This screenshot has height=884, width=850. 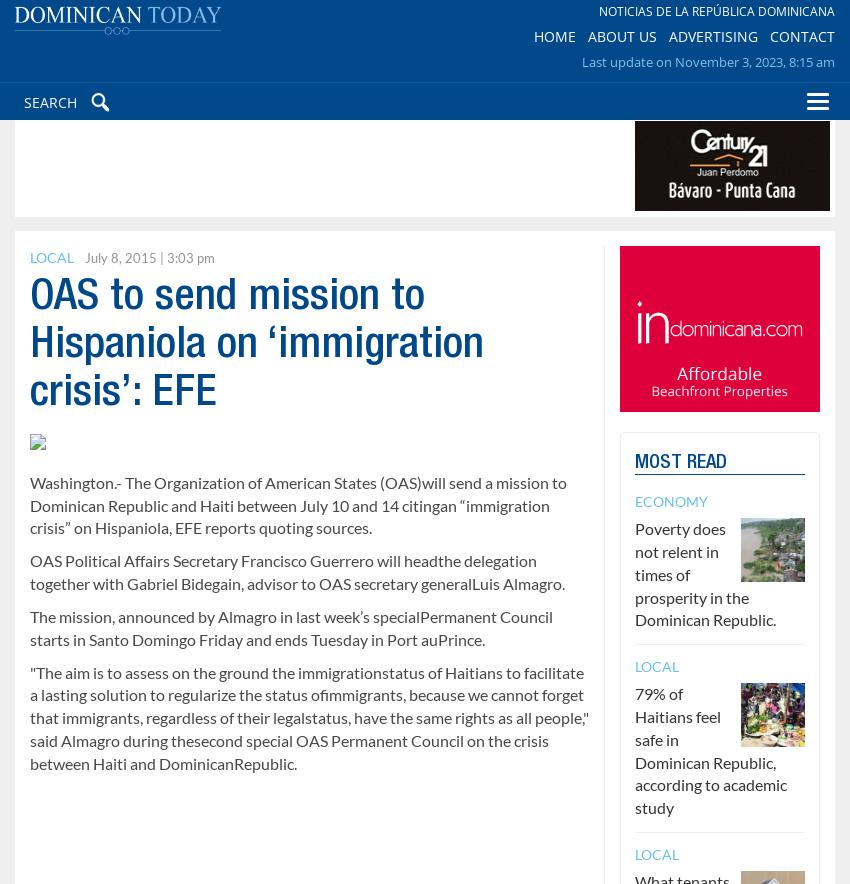 I want to click on 'OAS Political Affairs Secretary Francisco Guerrero will headthe delegation together with Gabriel Bidegain, advisor to OAS secretary generalLuis Almagro.', so click(x=296, y=571).